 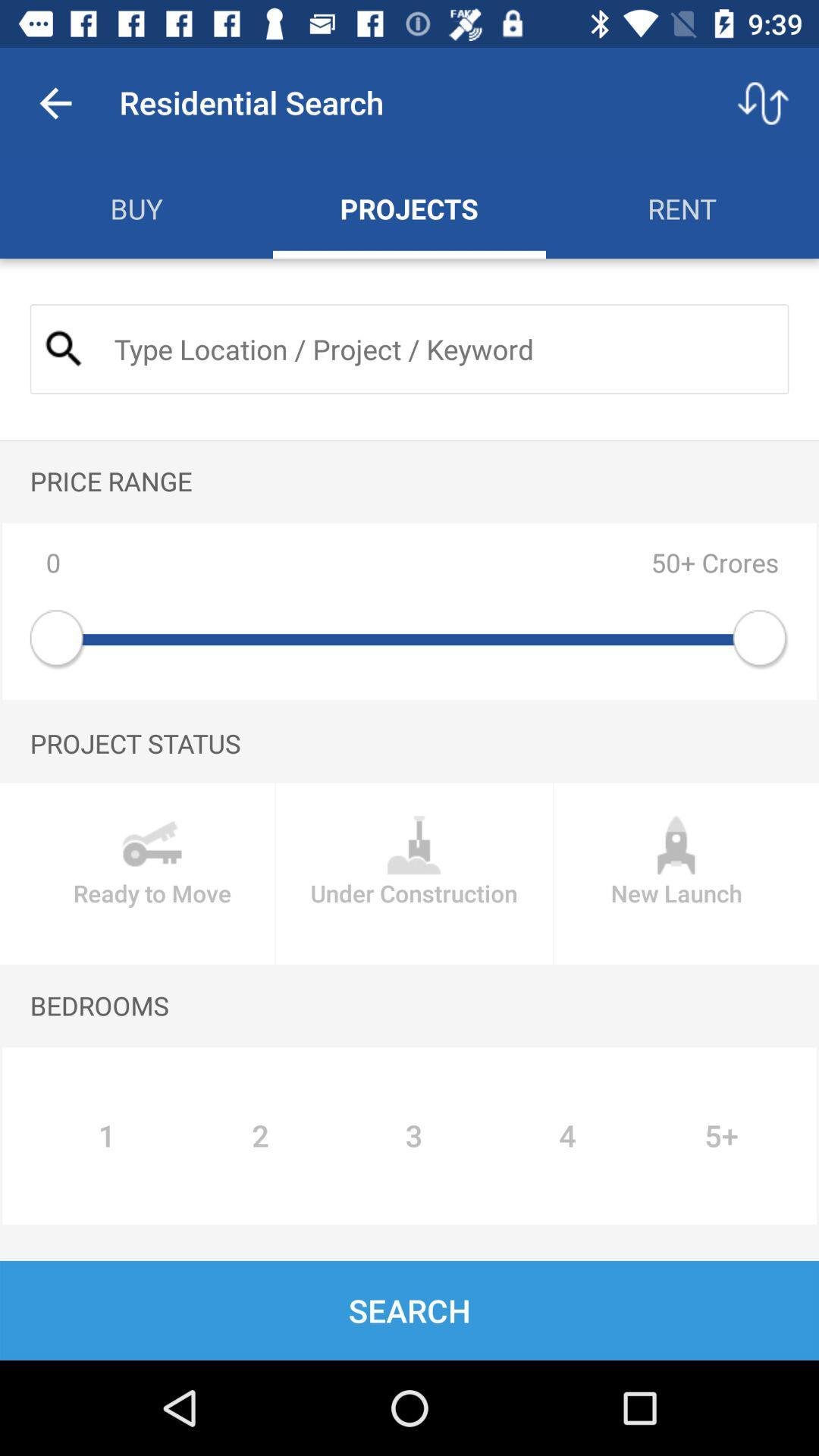 What do you see at coordinates (414, 1136) in the screenshot?
I see `the 3 item` at bounding box center [414, 1136].